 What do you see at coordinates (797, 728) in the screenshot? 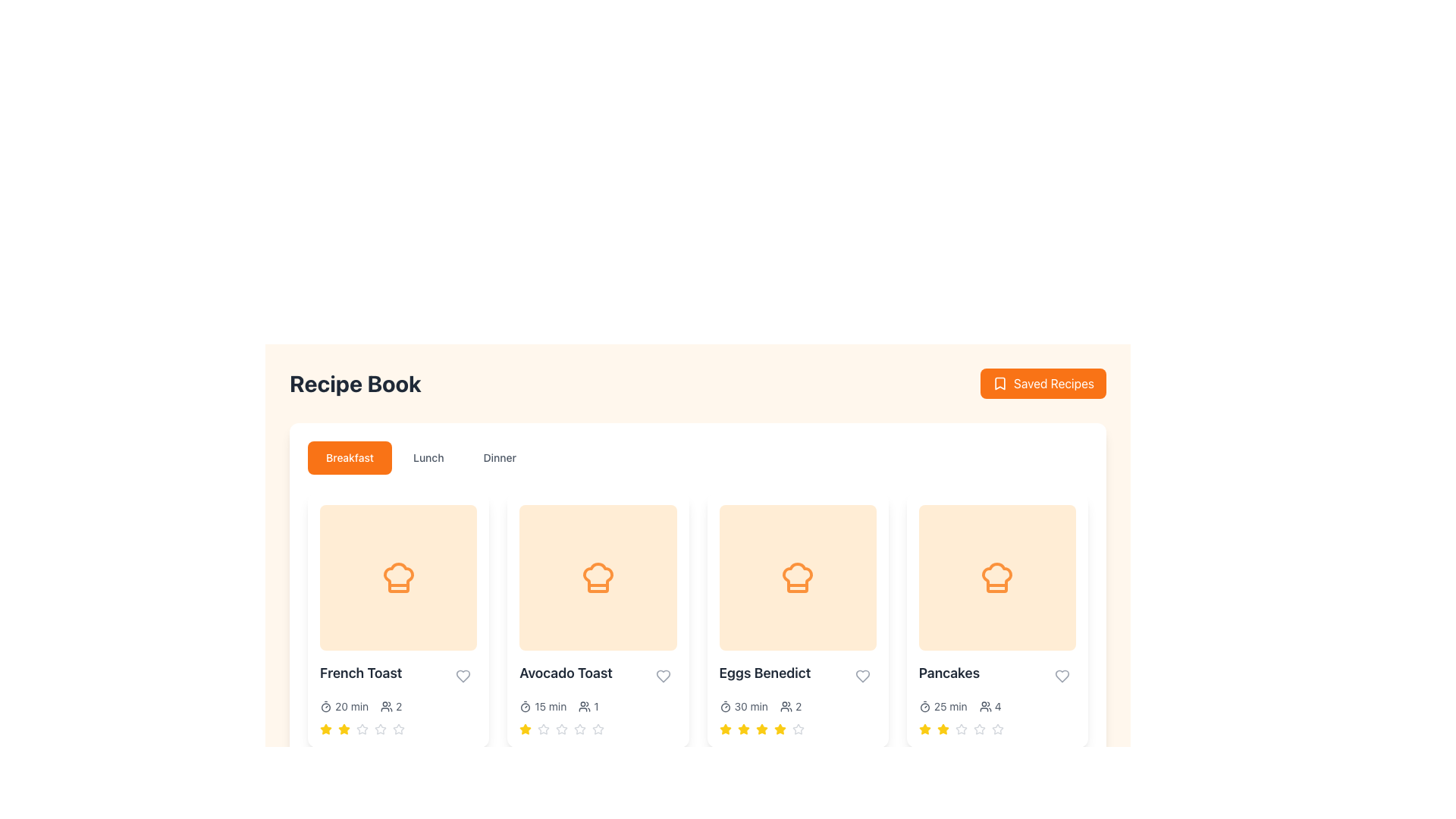
I see `the fifth rating star icon representing the highest rating level for the 'Eggs Benedict' recipe, located in the center-right portion of the recipe grid` at bounding box center [797, 728].